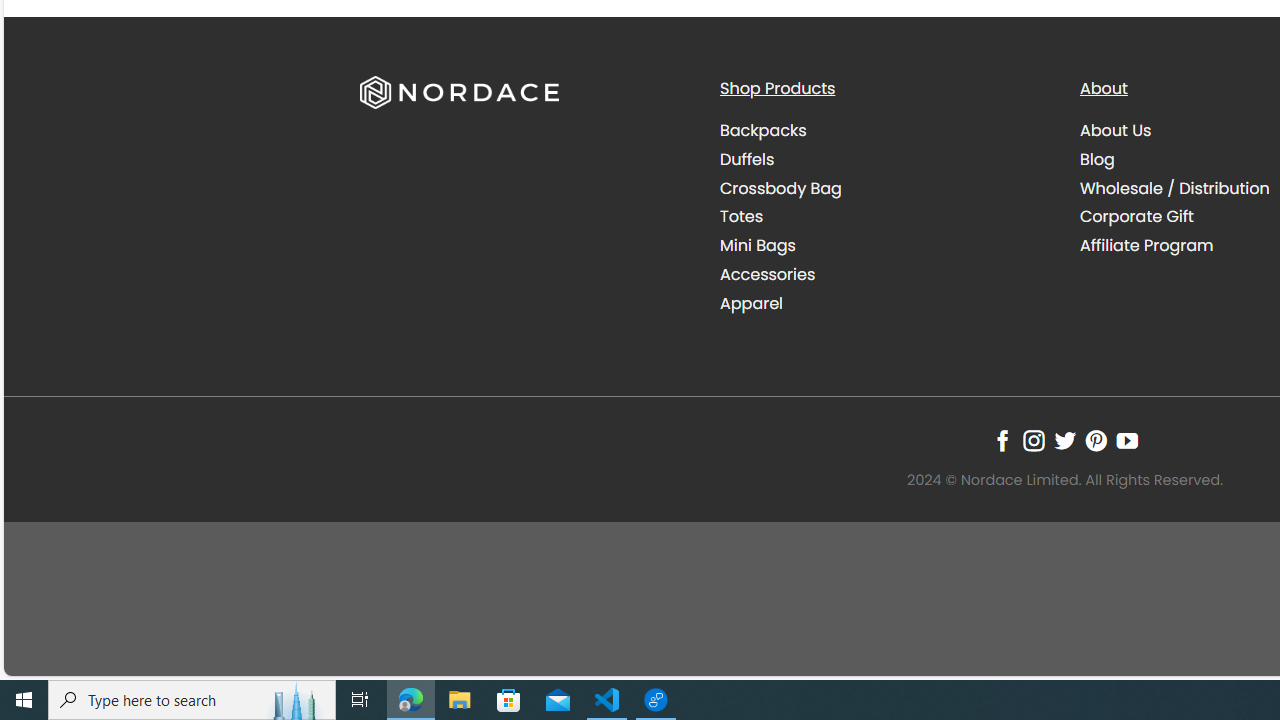 Image resolution: width=1280 pixels, height=720 pixels. I want to click on 'Mini Bags', so click(756, 244).